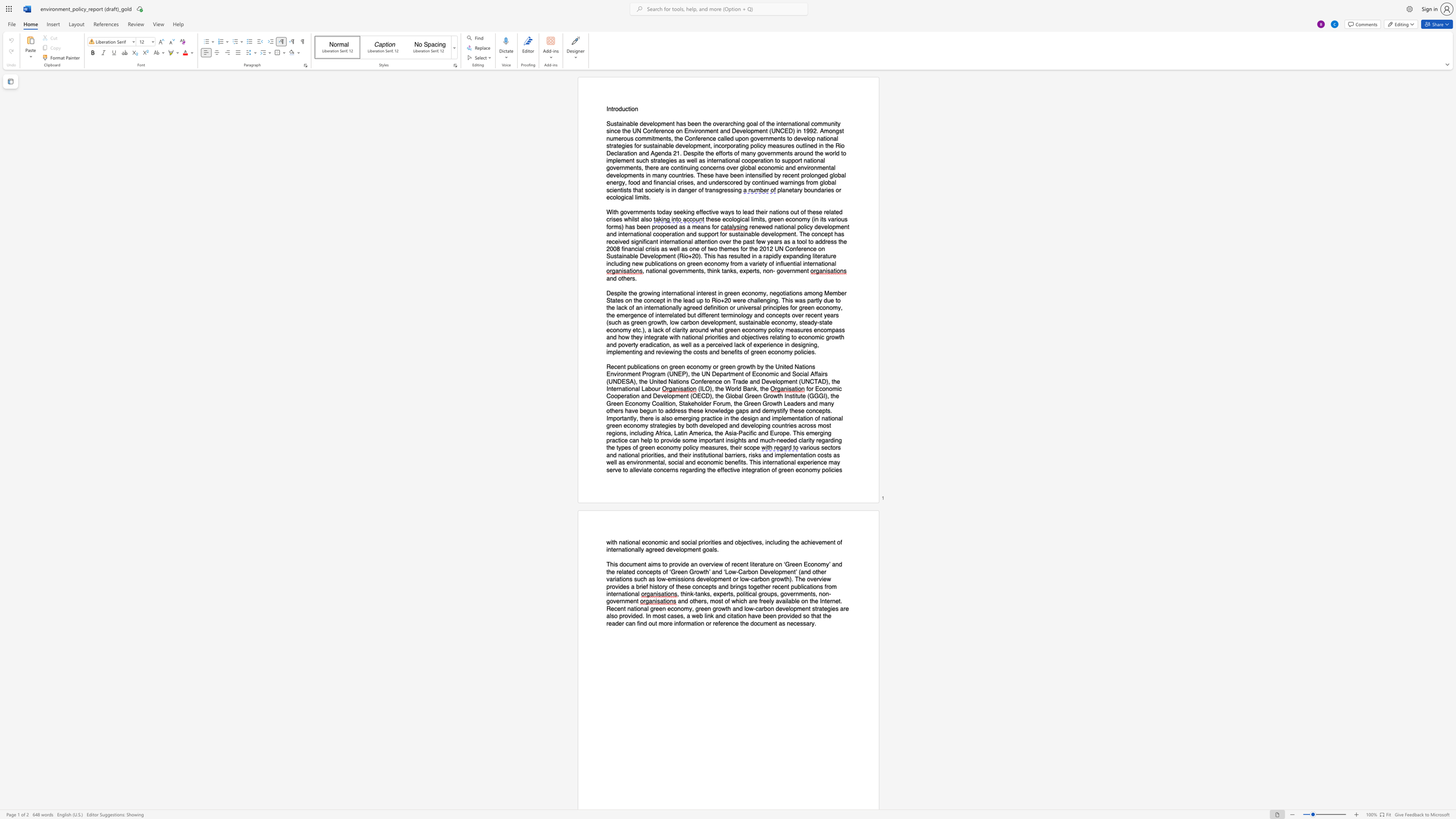  What do you see at coordinates (803, 271) in the screenshot?
I see `the subset text "nt" within the text ", national governments, think tanks, experts, non‐ government"` at bounding box center [803, 271].